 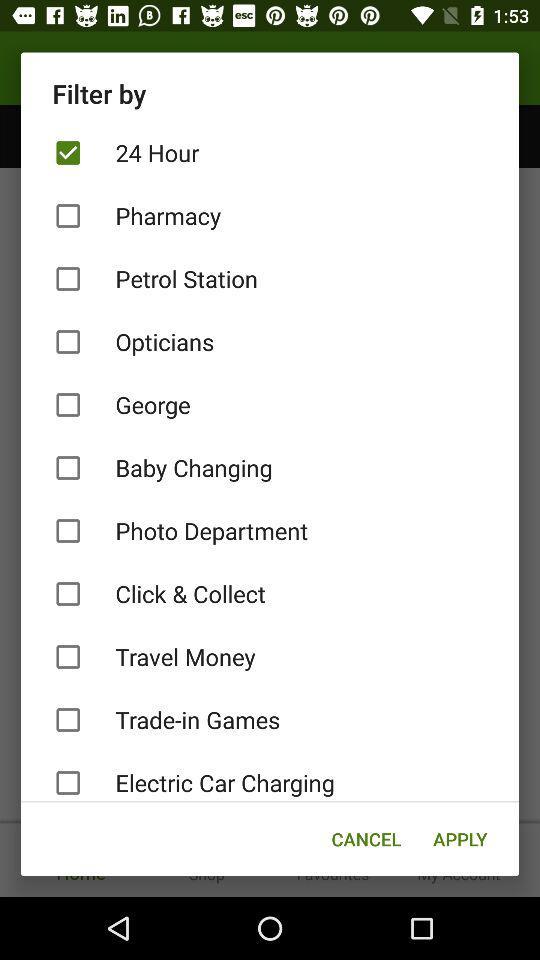 What do you see at coordinates (270, 152) in the screenshot?
I see `item above pharmacy item` at bounding box center [270, 152].